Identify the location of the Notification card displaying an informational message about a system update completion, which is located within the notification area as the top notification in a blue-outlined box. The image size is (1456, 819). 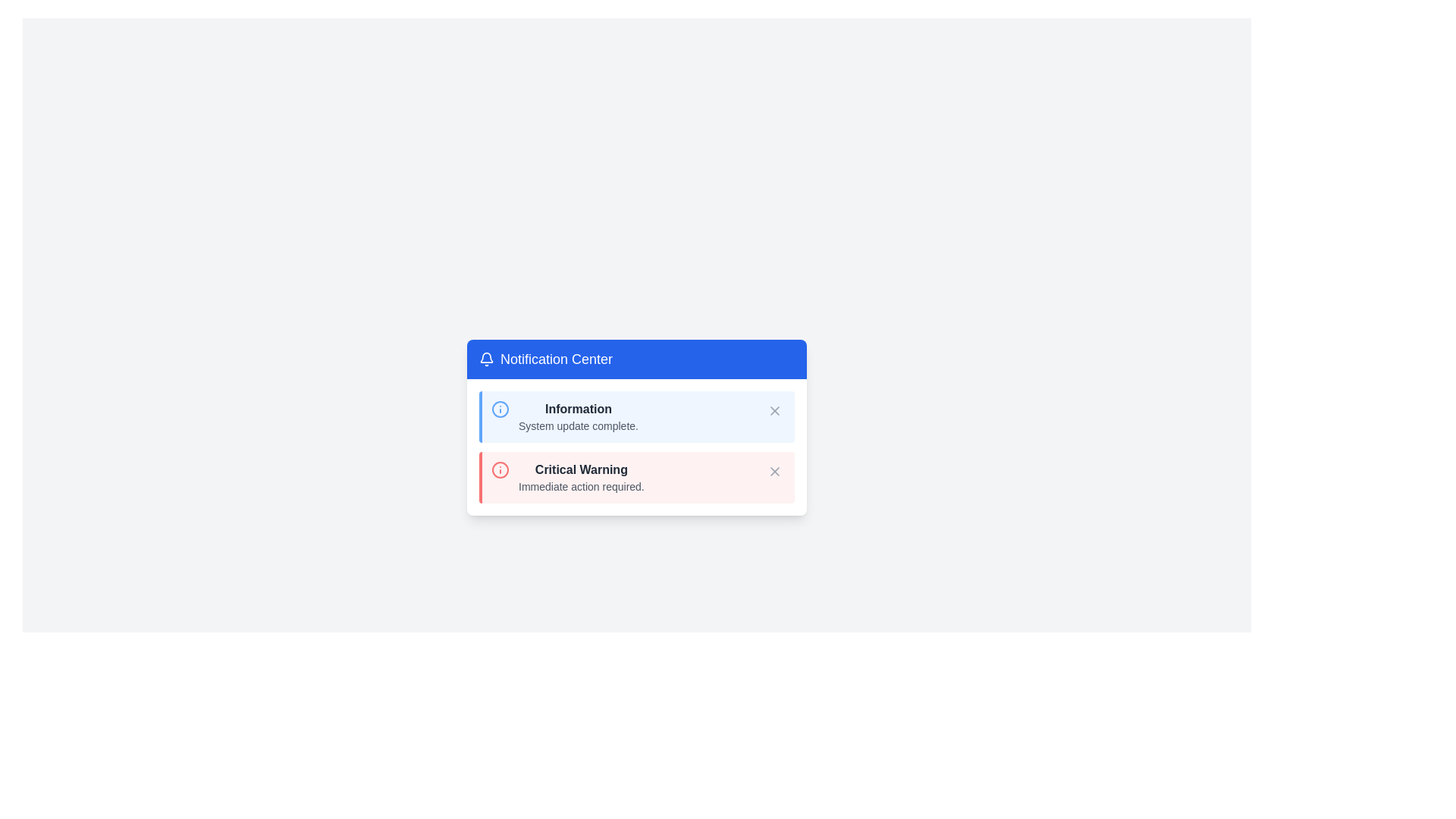
(638, 417).